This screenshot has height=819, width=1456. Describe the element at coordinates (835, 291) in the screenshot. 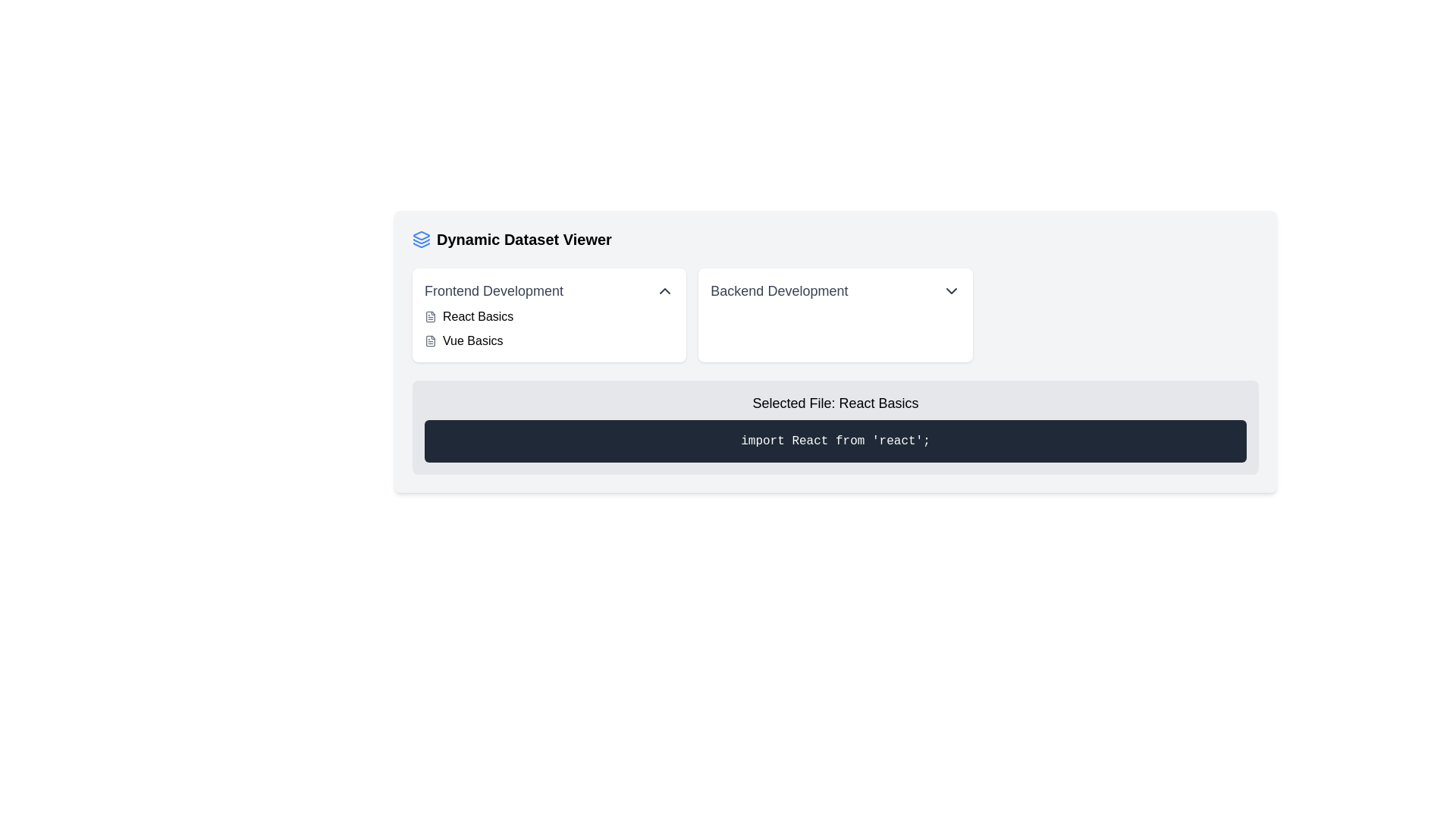

I see `the dropdown trigger located at the top-right of the interface` at that location.